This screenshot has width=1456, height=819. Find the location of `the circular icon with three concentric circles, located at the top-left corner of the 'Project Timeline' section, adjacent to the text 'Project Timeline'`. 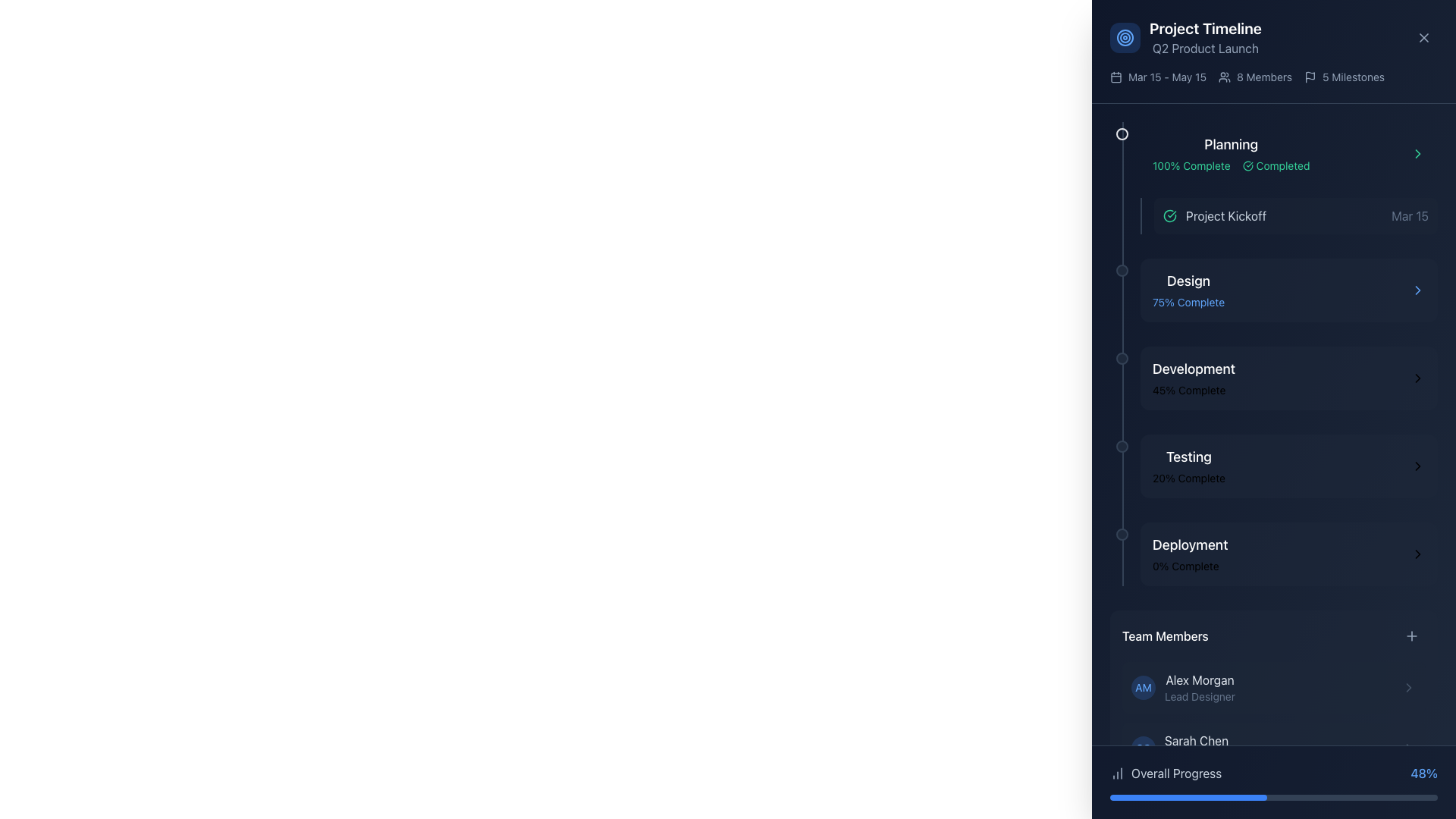

the circular icon with three concentric circles, located at the top-left corner of the 'Project Timeline' section, adjacent to the text 'Project Timeline' is located at coordinates (1125, 37).